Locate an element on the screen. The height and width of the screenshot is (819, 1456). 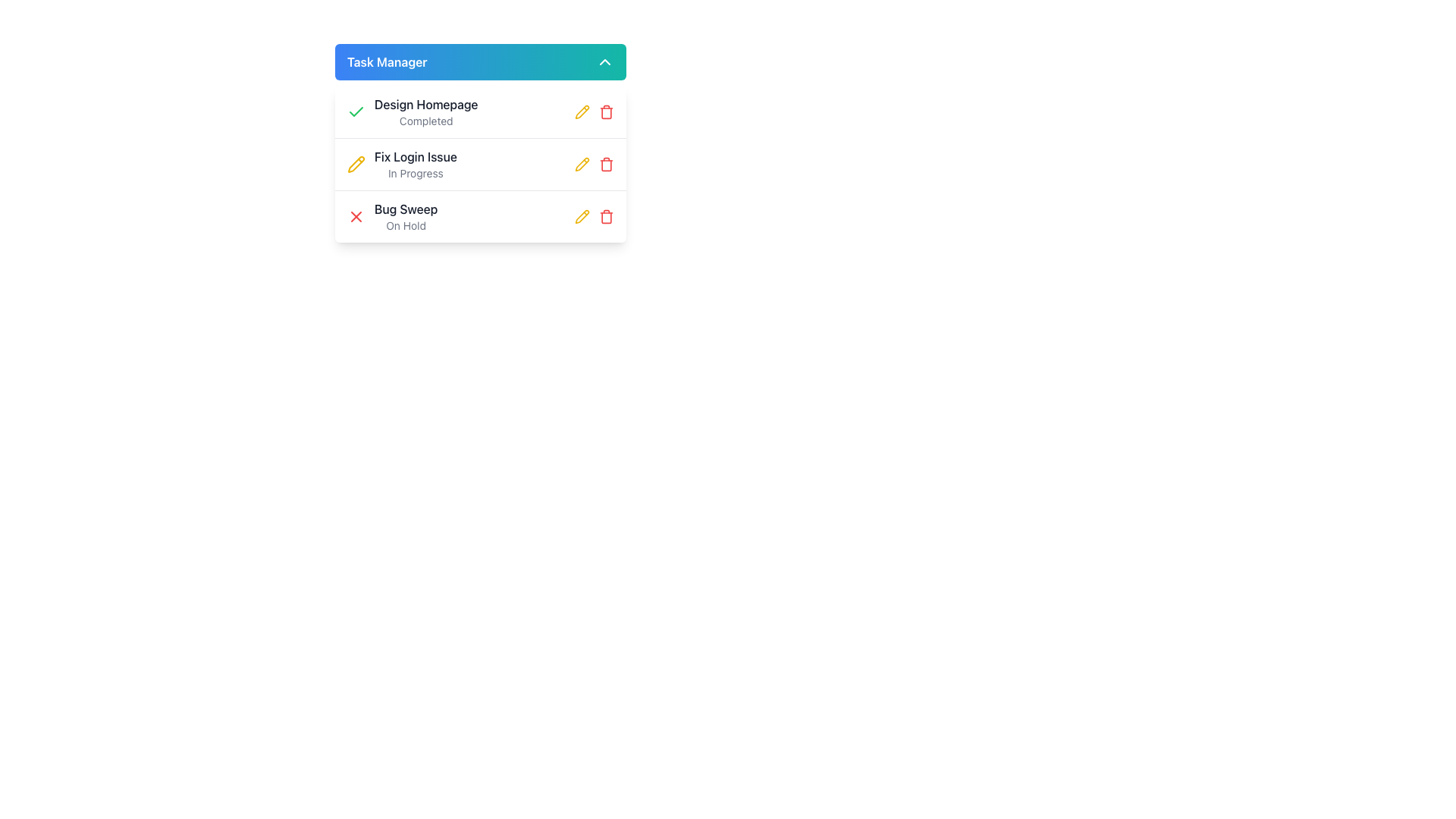
the status indicator icon for the 'Bug Sweep' task, which is located in the third row of the task list and marks it as 'On Hold' is located at coordinates (356, 216).